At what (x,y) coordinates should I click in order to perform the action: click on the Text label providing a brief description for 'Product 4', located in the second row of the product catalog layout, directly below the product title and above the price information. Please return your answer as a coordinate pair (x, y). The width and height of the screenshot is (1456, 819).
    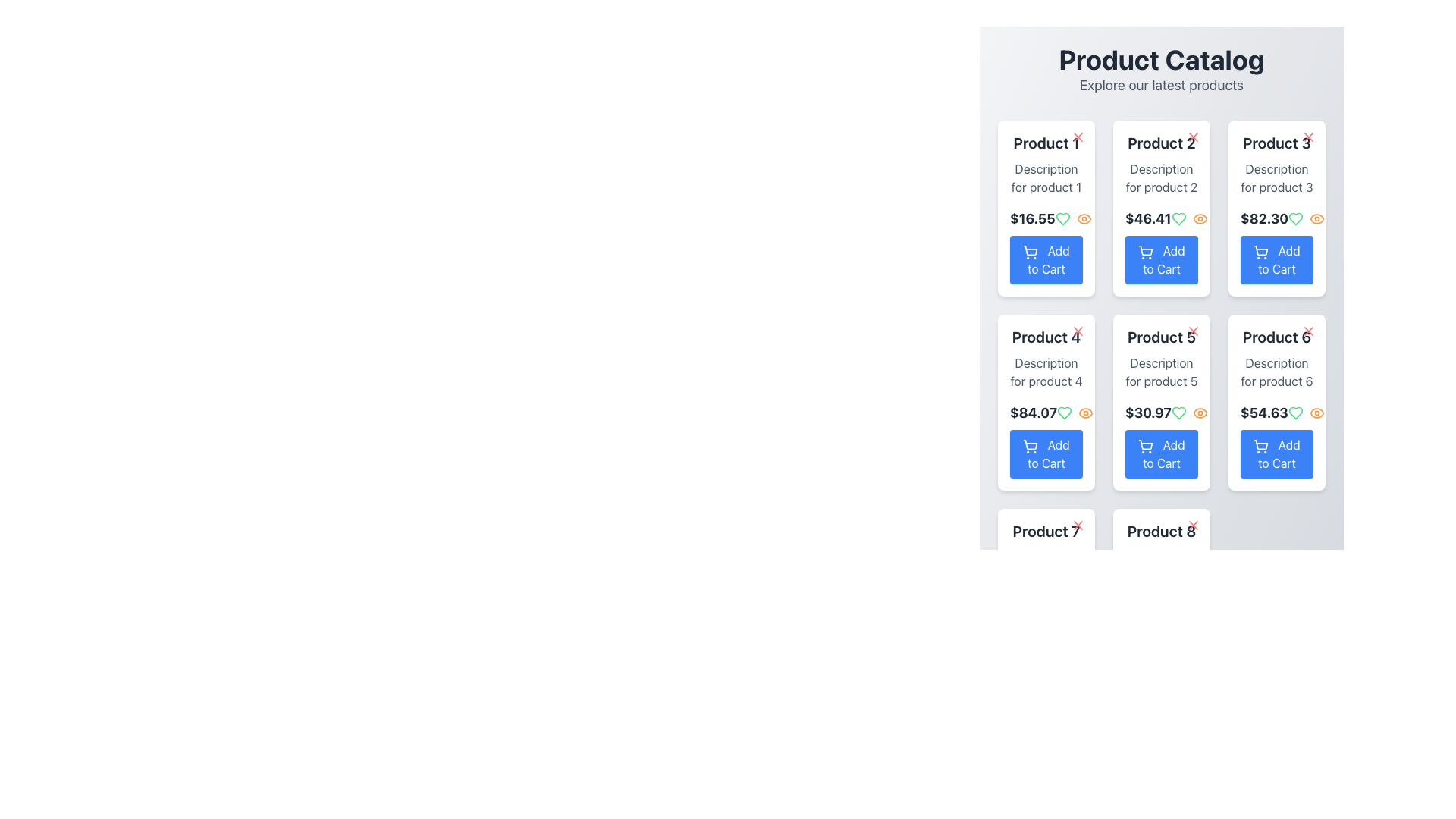
    Looking at the image, I should click on (1046, 372).